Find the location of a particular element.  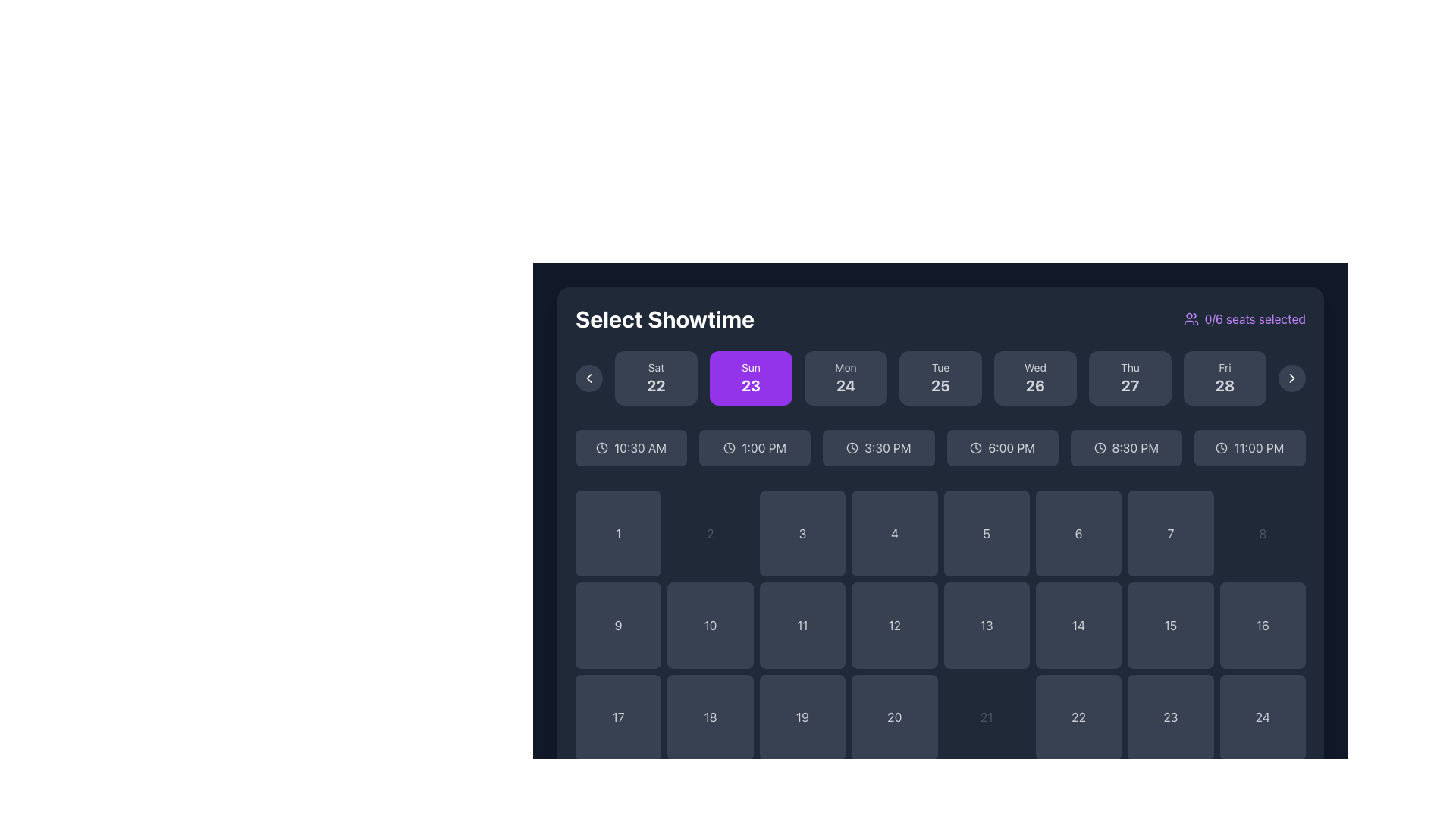

the clock icon with a circular outline and two hands indicating a time is located at coordinates (976, 447).